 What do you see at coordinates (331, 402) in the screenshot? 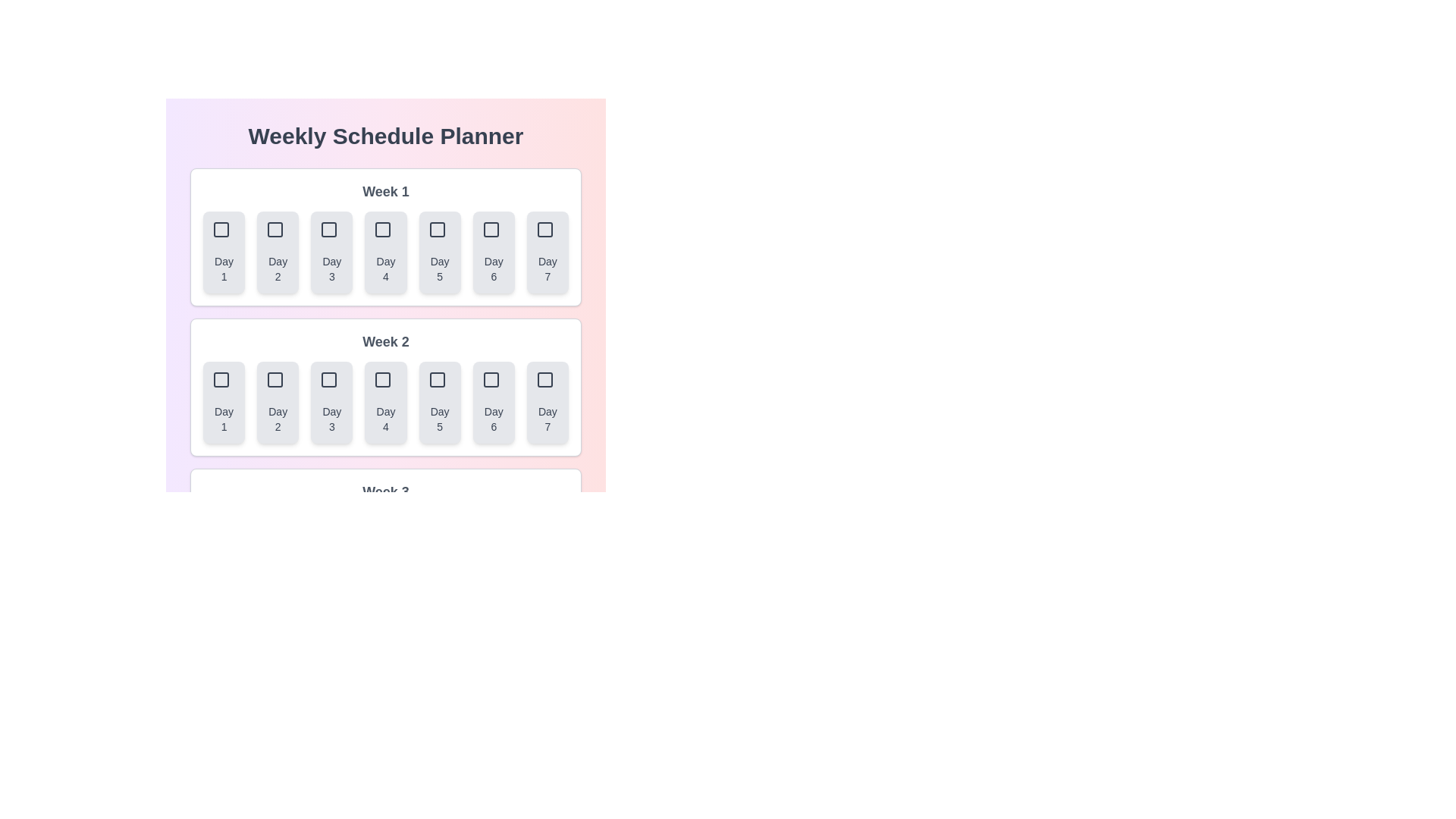
I see `the button corresponding to Week 2 and Day 3 to select that day` at bounding box center [331, 402].